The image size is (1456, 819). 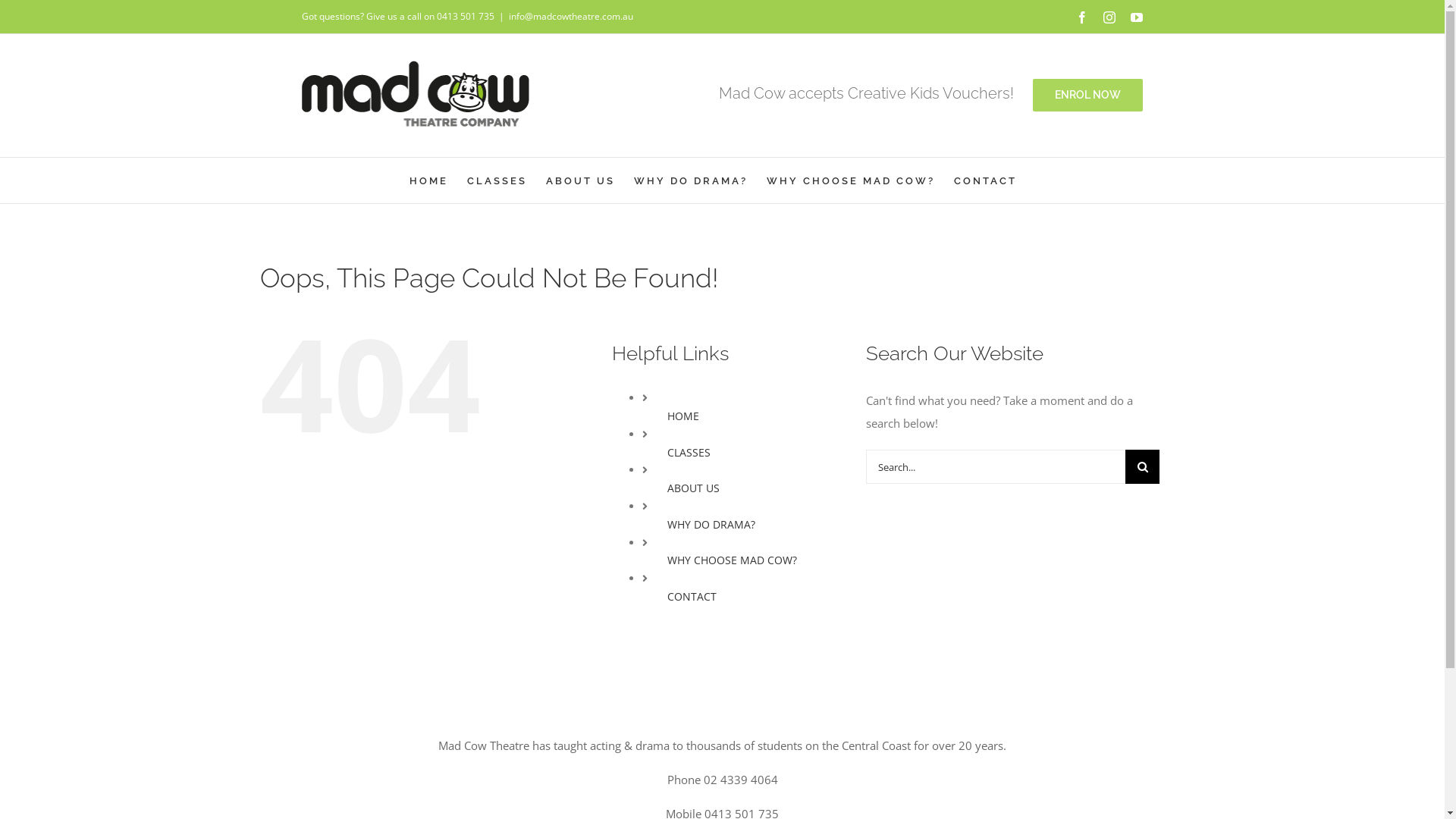 I want to click on 'WHY DO DRAMA?', so click(x=710, y=523).